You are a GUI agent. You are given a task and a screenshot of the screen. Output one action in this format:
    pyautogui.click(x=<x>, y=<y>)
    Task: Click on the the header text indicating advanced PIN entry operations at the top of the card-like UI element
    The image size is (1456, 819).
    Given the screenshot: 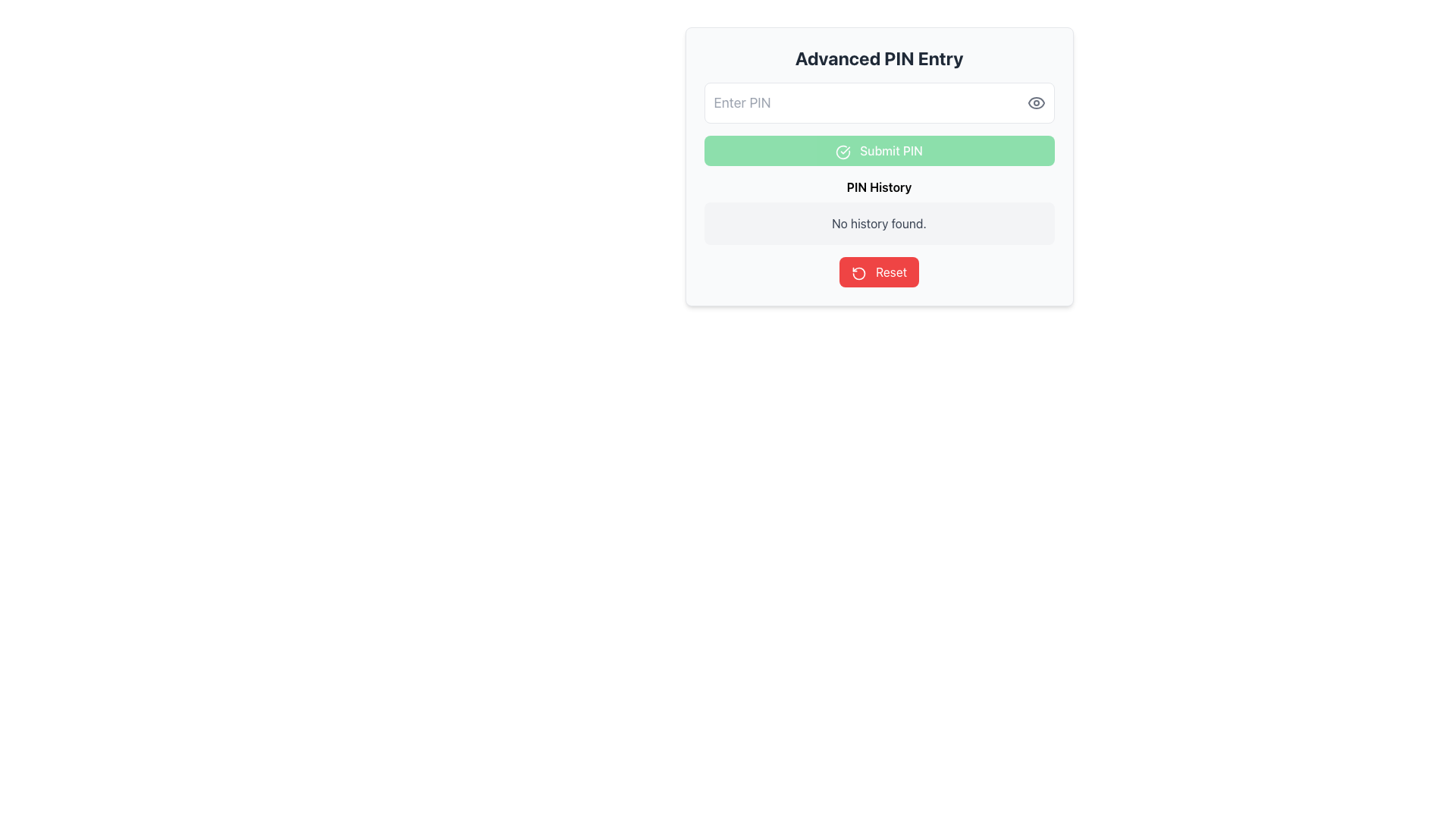 What is the action you would take?
    pyautogui.click(x=879, y=58)
    